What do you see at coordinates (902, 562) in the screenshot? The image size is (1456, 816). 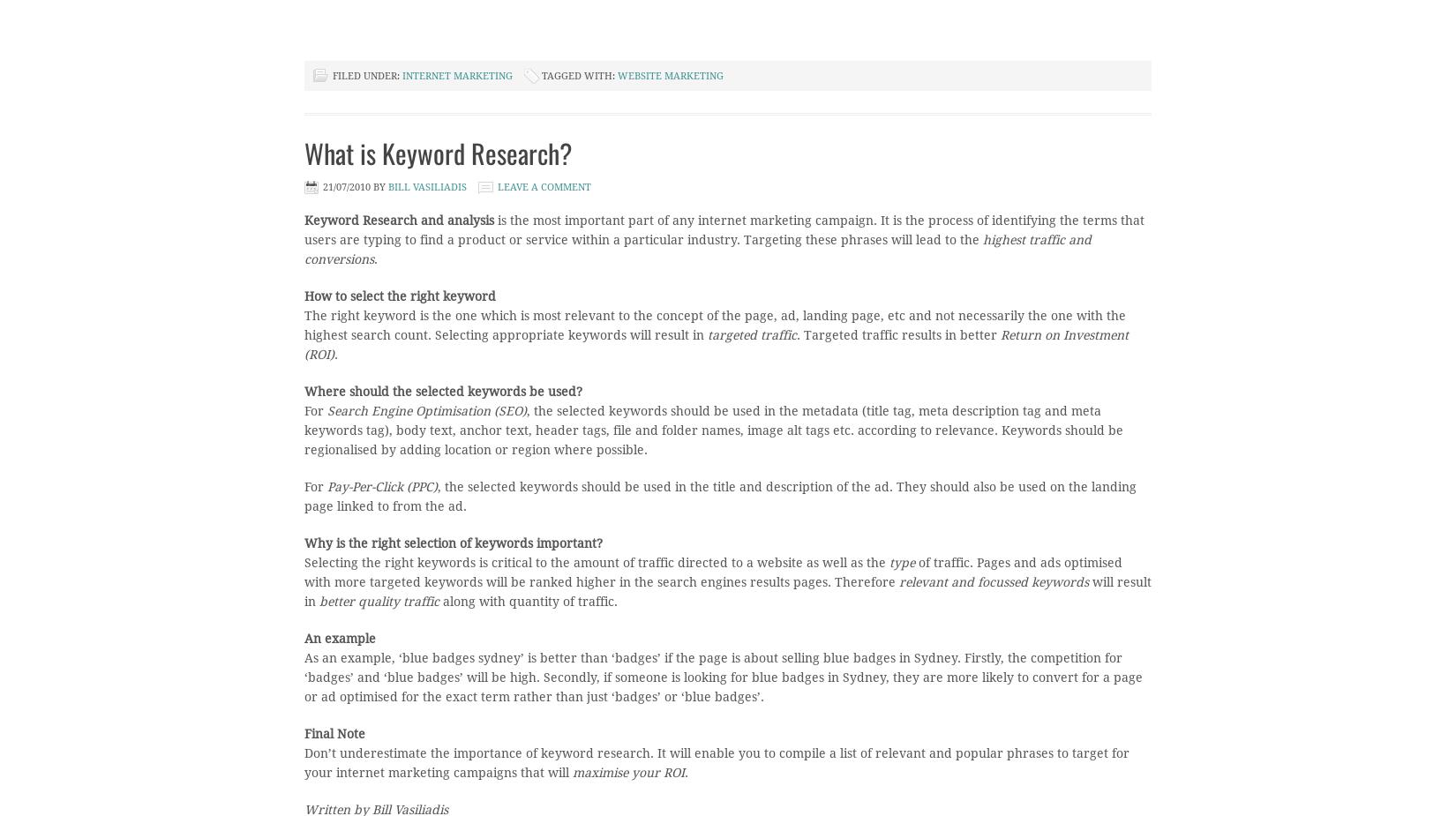 I see `'type'` at bounding box center [902, 562].